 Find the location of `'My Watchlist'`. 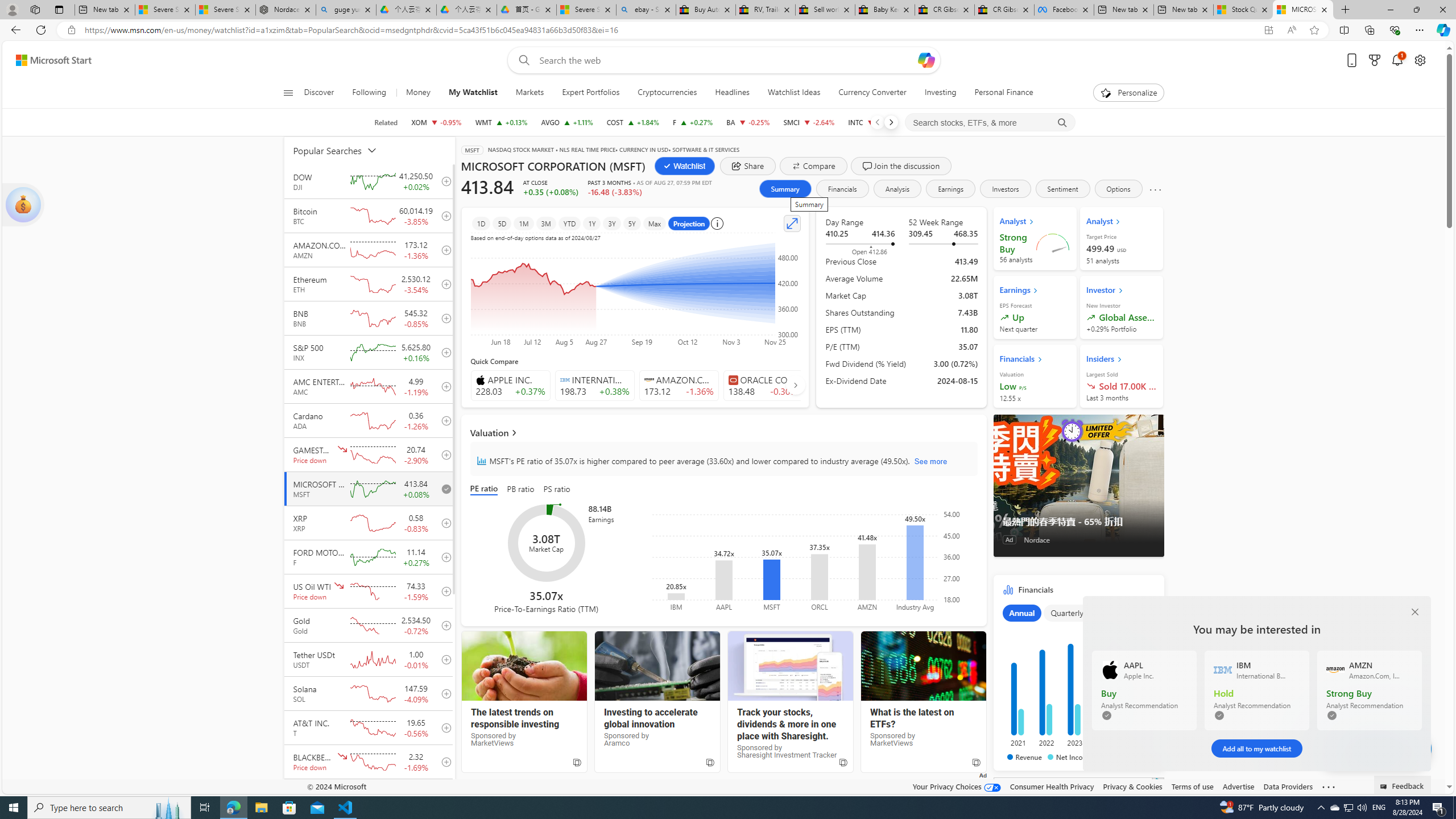

'My Watchlist' is located at coordinates (473, 92).